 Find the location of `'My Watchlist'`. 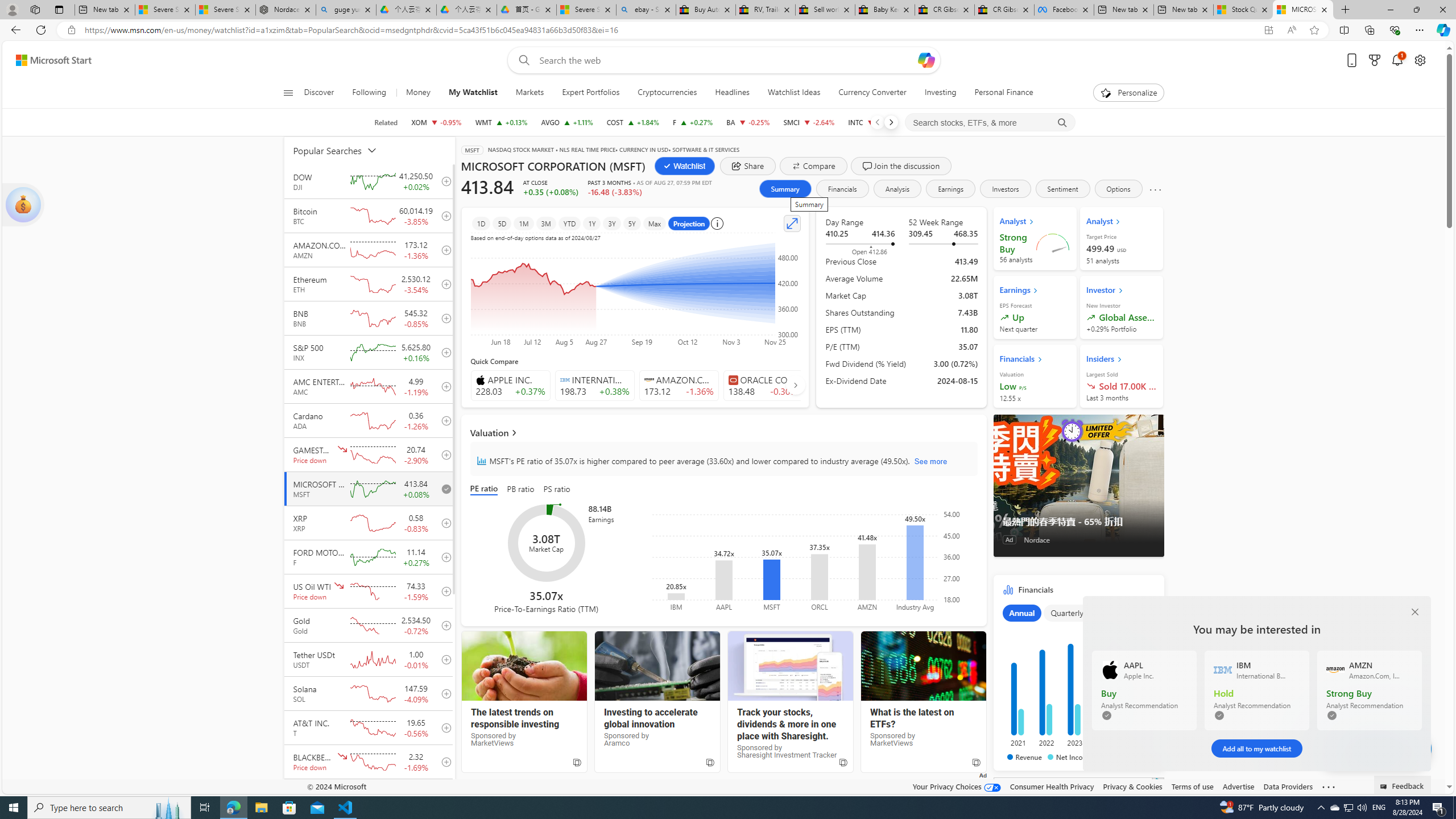

'My Watchlist' is located at coordinates (473, 92).